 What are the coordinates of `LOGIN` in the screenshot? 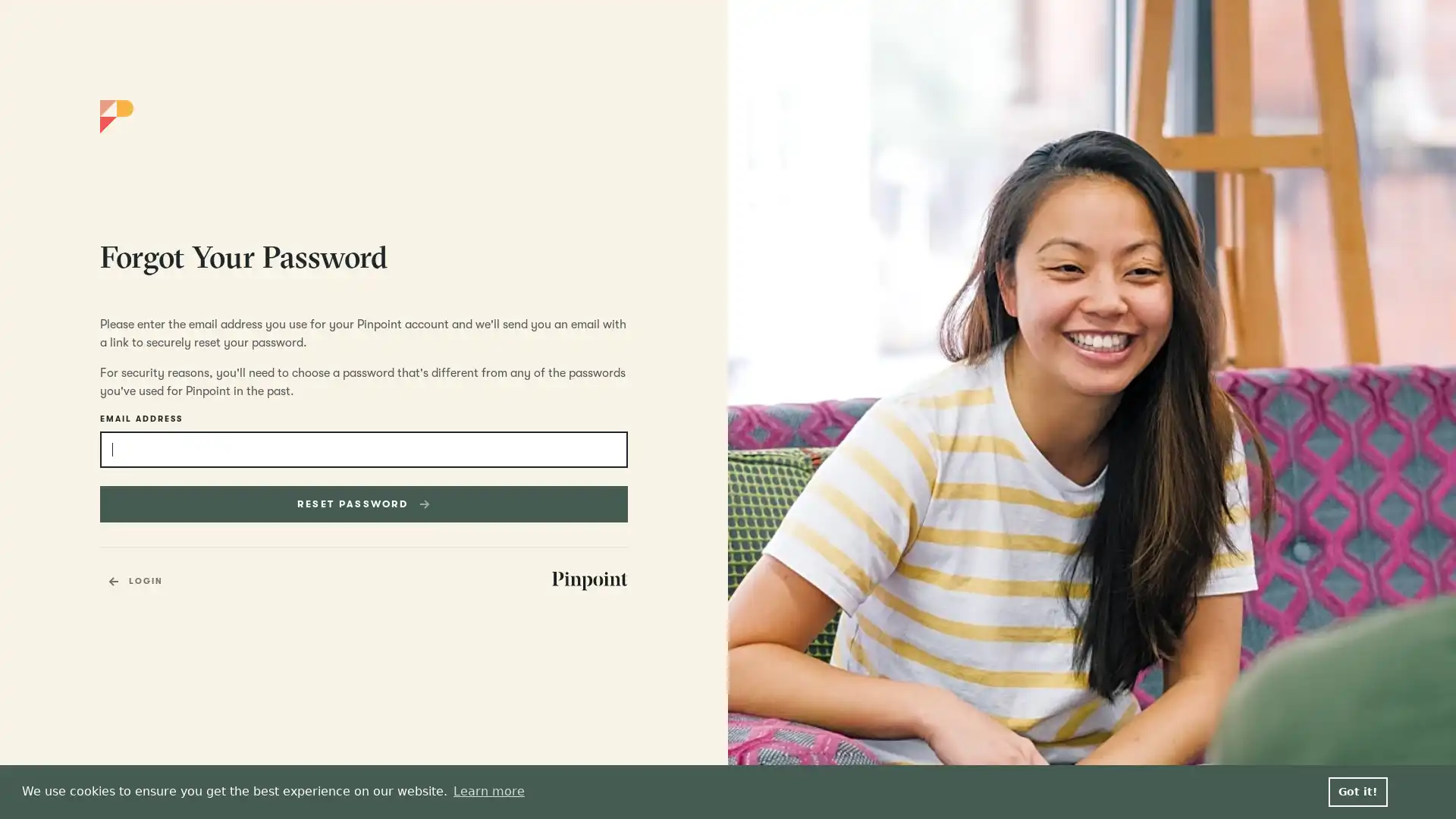 It's located at (135, 580).